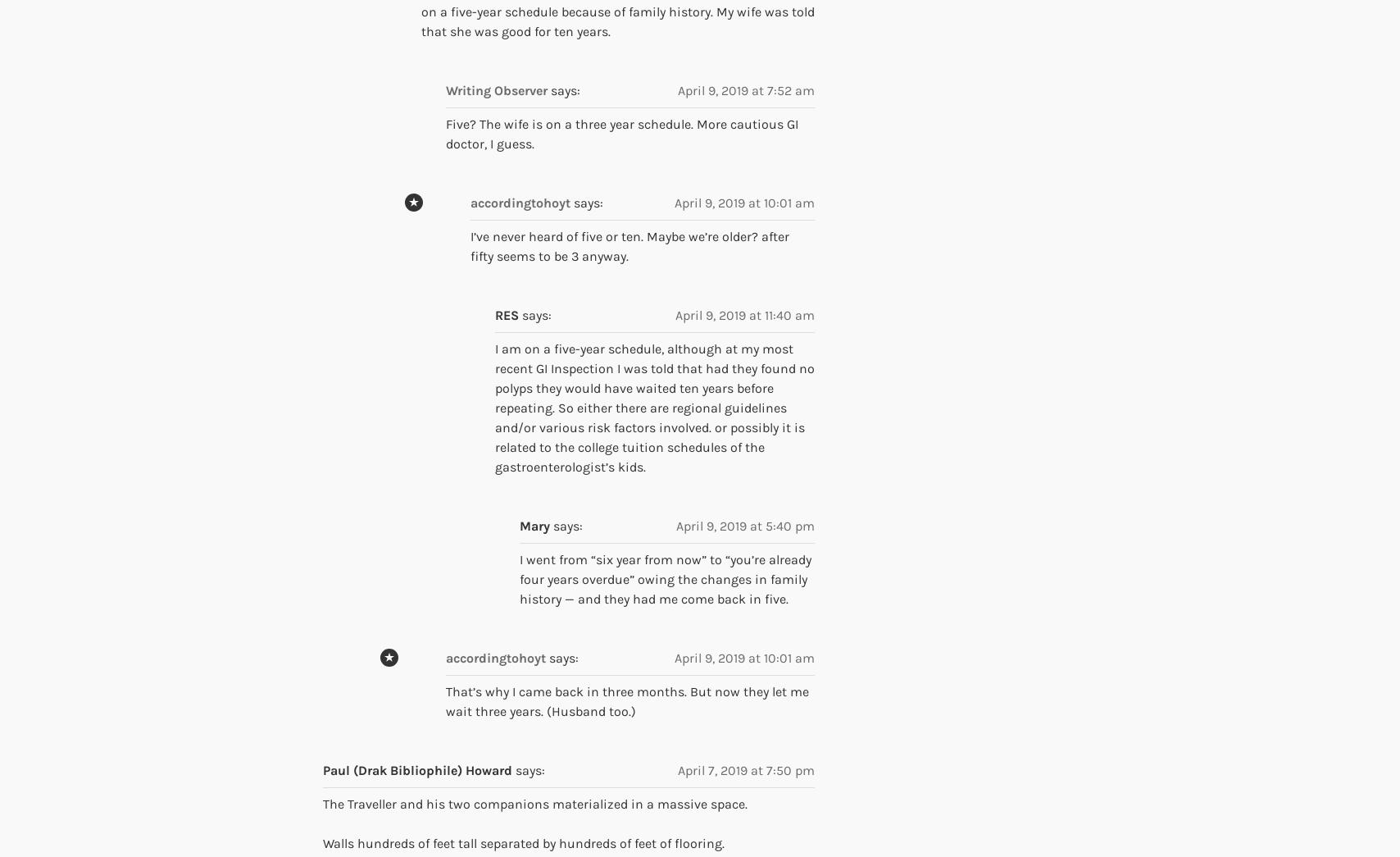 This screenshot has height=857, width=1400. Describe the element at coordinates (445, 700) in the screenshot. I see `'That’s why I came back in three months. But now they let me wait three years. (Husband too.)'` at that location.